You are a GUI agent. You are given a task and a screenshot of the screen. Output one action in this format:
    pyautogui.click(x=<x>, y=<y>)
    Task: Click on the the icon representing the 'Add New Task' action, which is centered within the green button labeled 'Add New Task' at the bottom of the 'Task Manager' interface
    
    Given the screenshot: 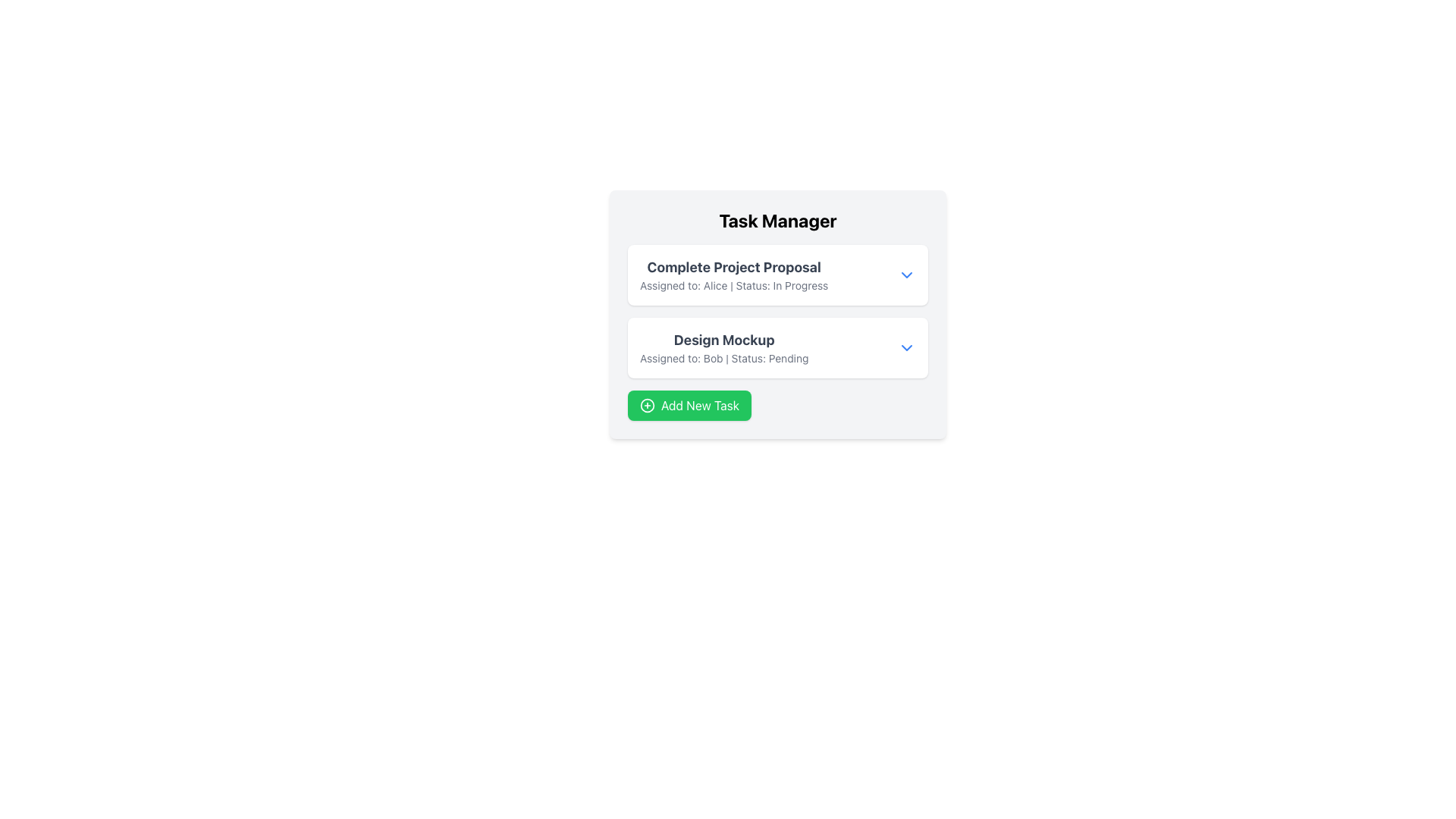 What is the action you would take?
    pyautogui.click(x=648, y=405)
    